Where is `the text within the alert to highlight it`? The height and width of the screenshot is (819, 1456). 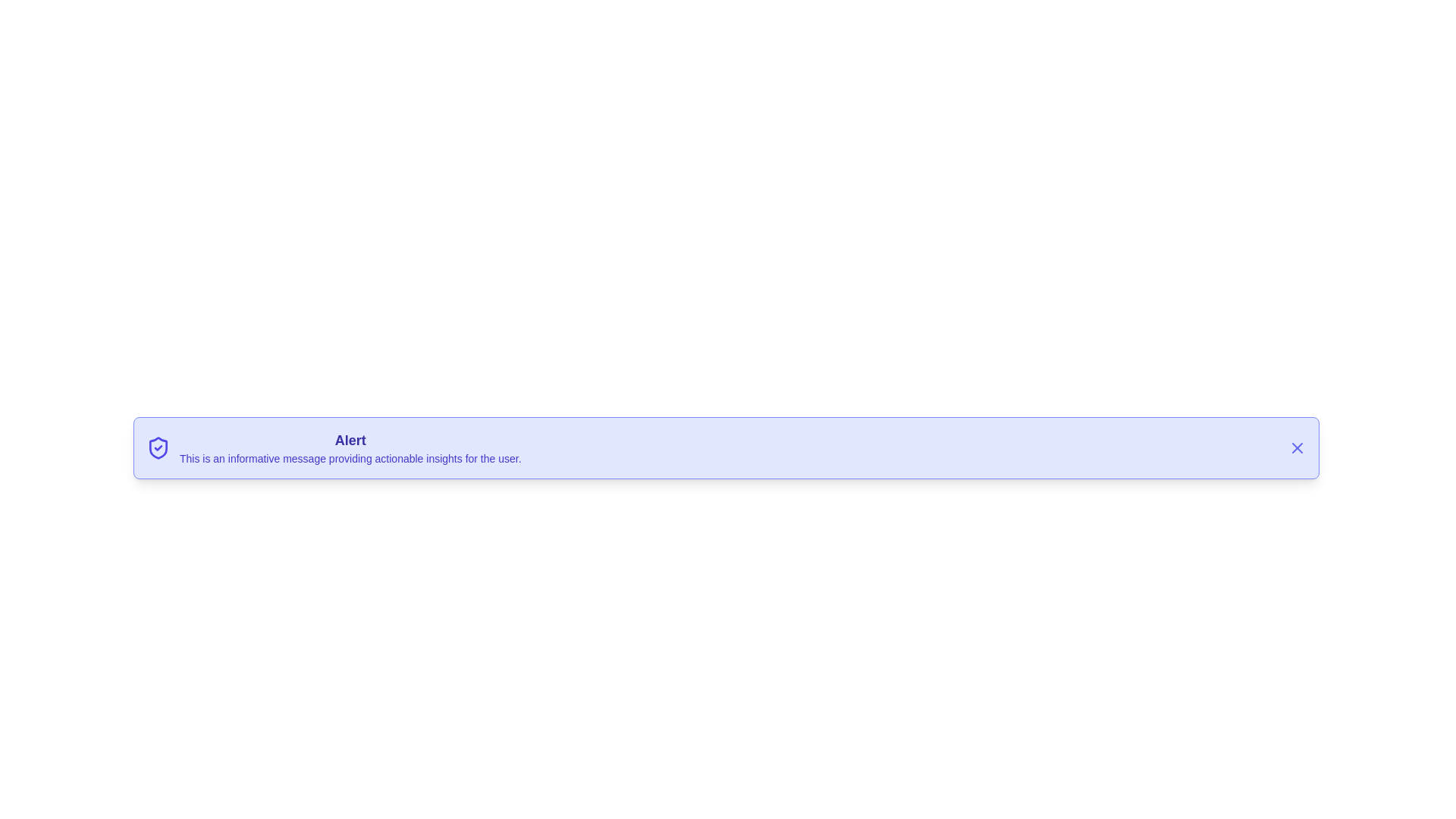 the text within the alert to highlight it is located at coordinates (349, 447).